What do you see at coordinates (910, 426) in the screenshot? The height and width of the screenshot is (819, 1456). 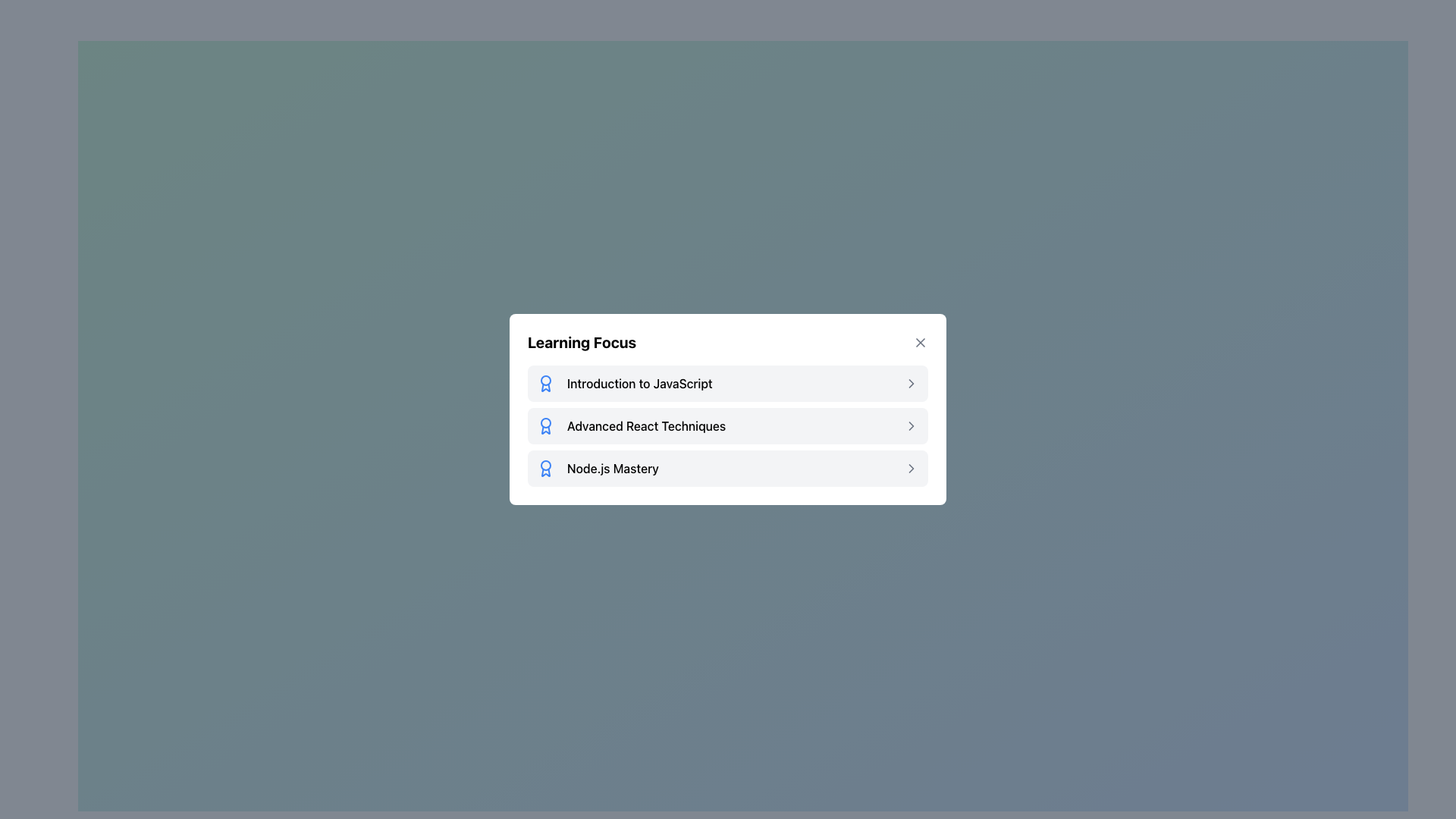 I see `the chevron icon located to the immediate right of the text 'Advanced React Techniques' within the modal component` at bounding box center [910, 426].